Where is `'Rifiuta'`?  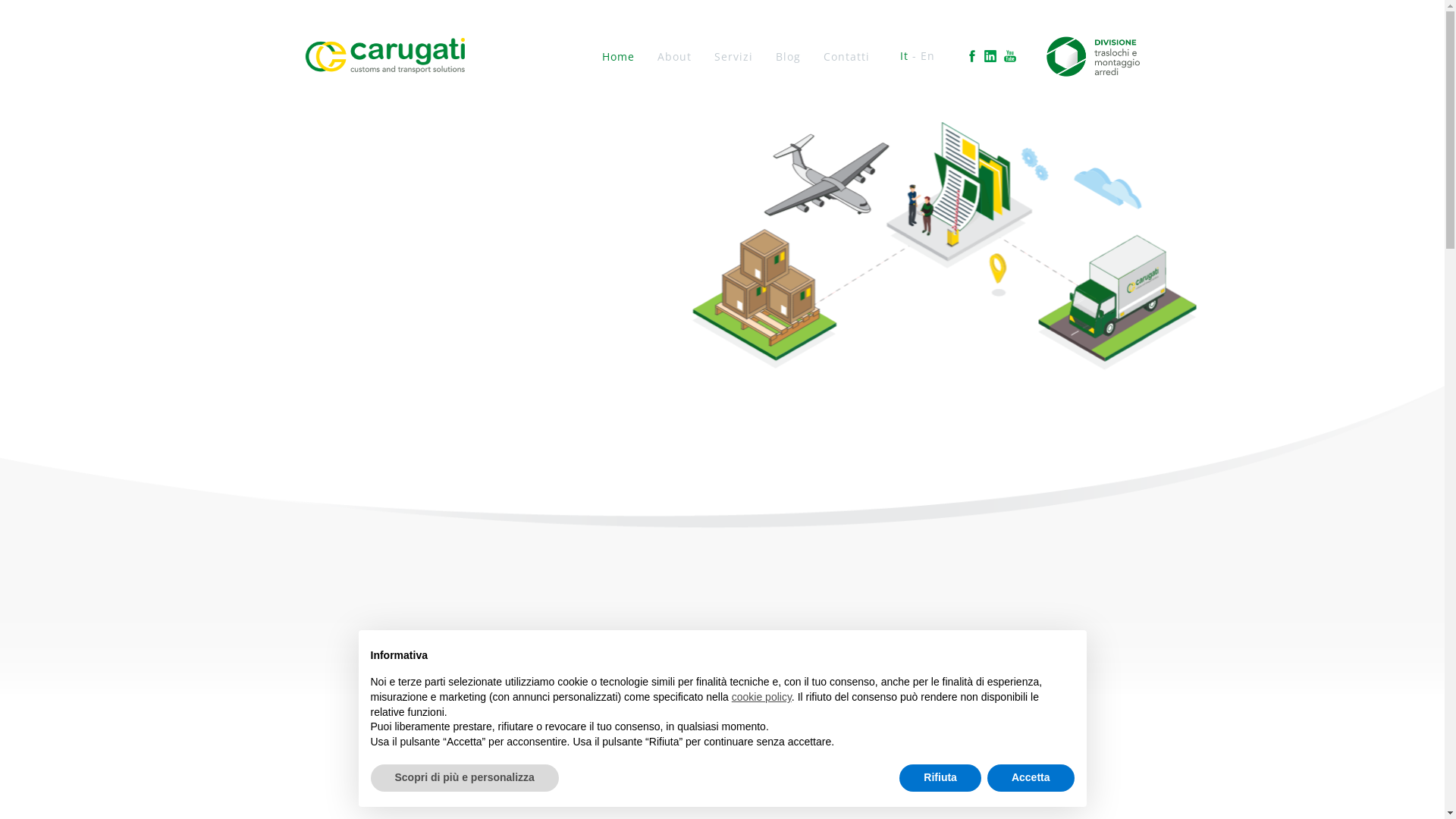
'Rifiuta' is located at coordinates (939, 778).